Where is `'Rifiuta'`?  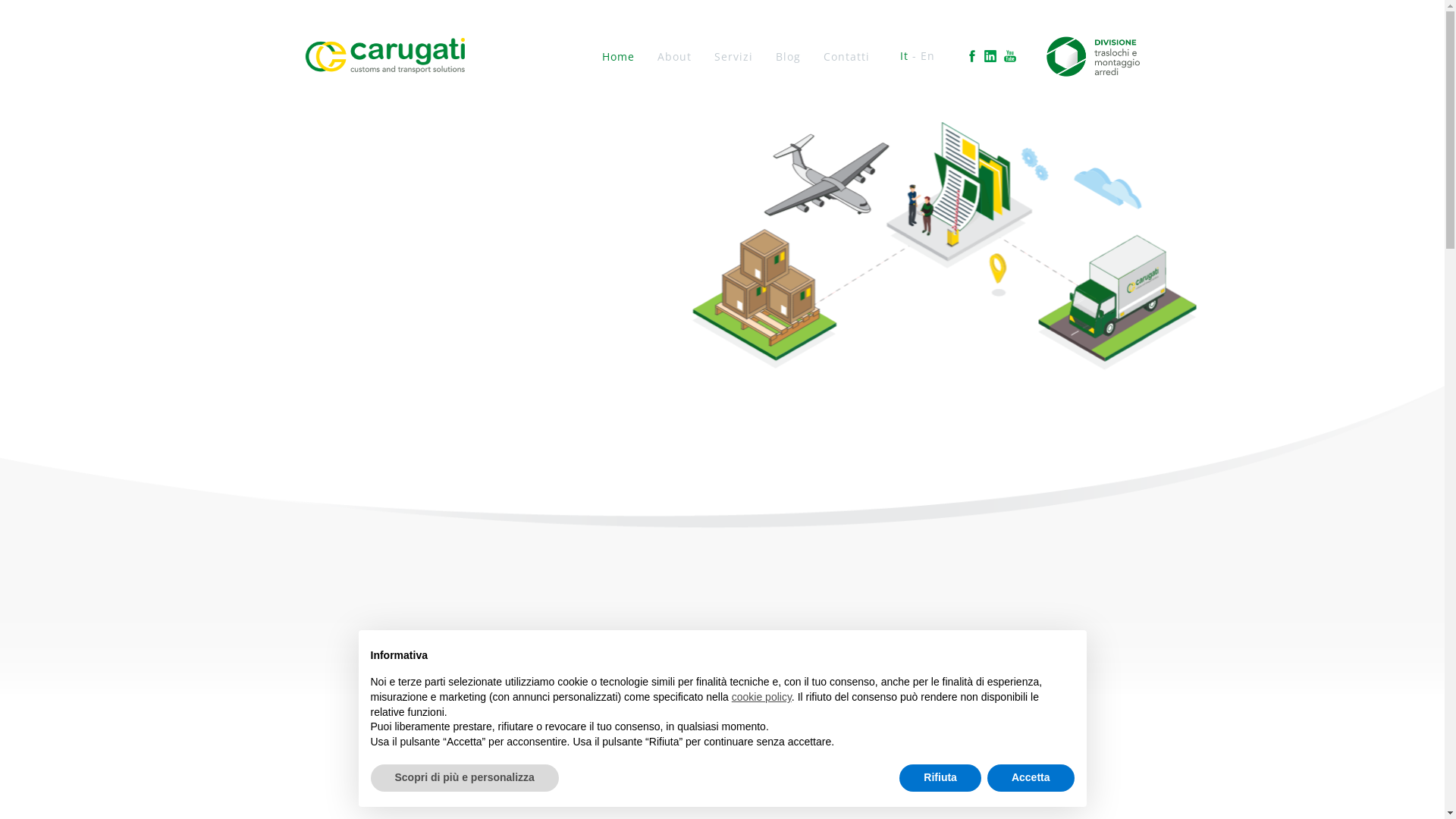
'Rifiuta' is located at coordinates (939, 778).